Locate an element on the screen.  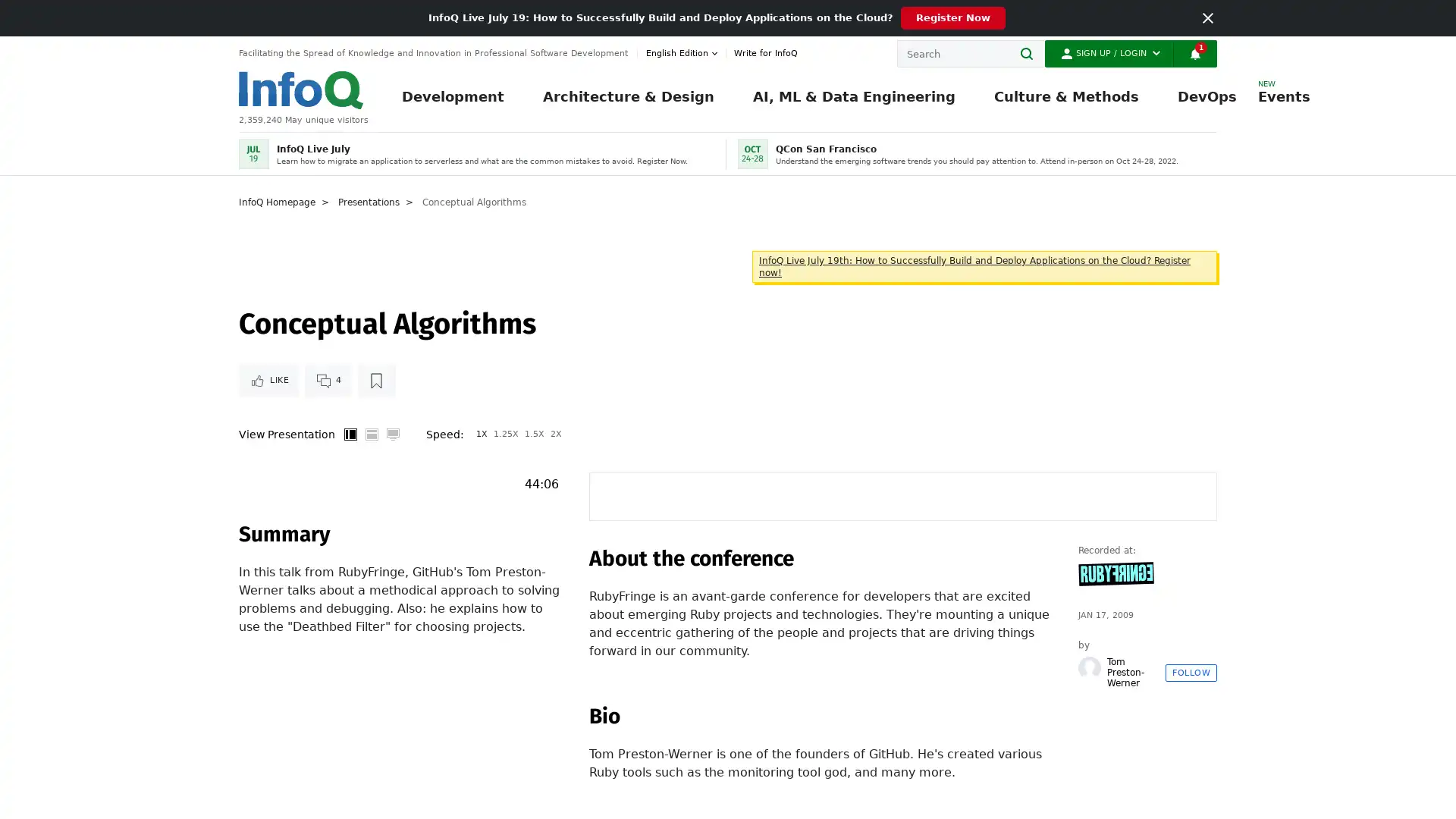
1.5x is located at coordinates (535, 435).